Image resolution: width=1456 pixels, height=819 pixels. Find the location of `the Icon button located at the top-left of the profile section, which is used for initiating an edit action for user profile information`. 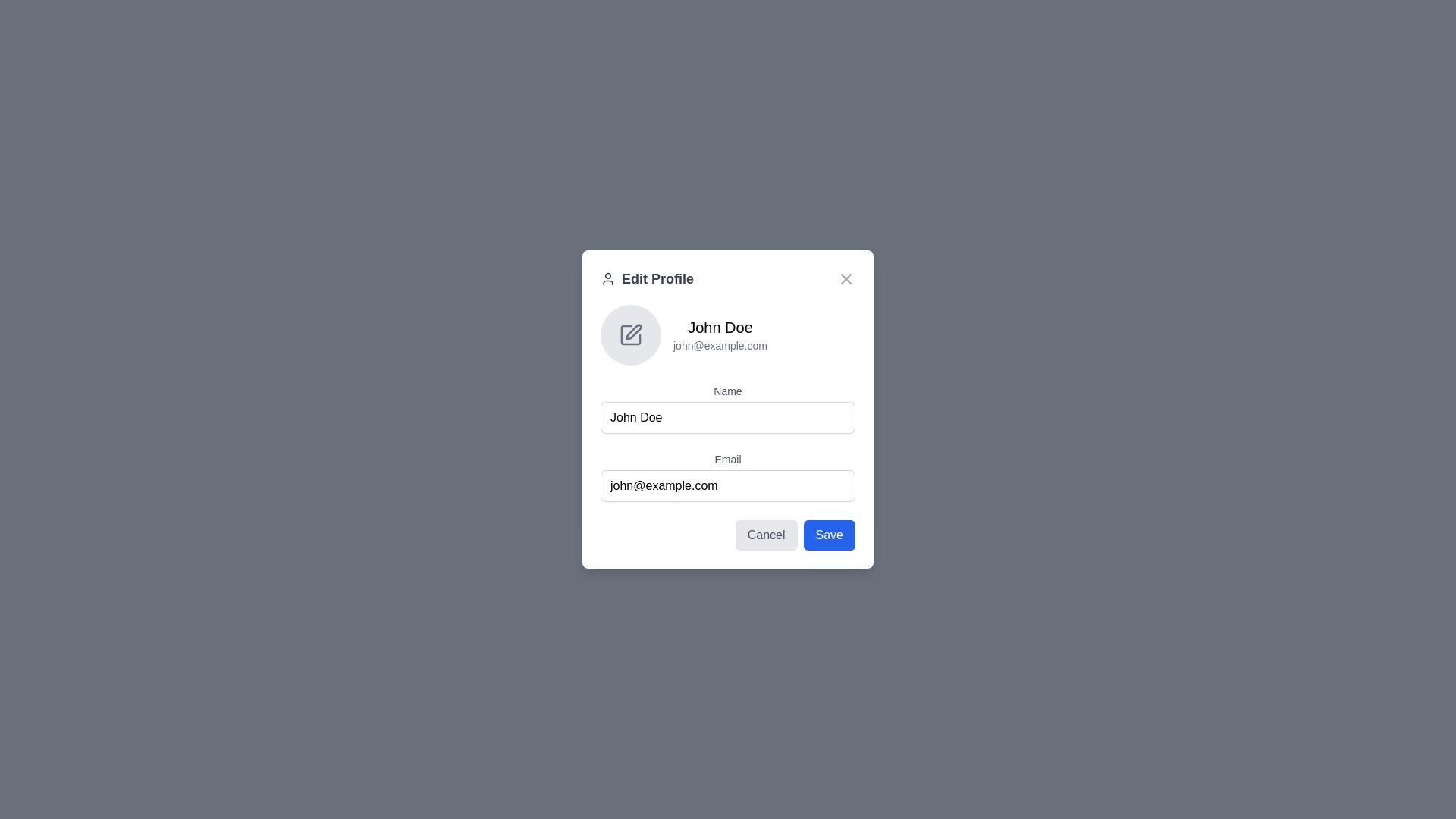

the Icon button located at the top-left of the profile section, which is used for initiating an edit action for user profile information is located at coordinates (630, 334).